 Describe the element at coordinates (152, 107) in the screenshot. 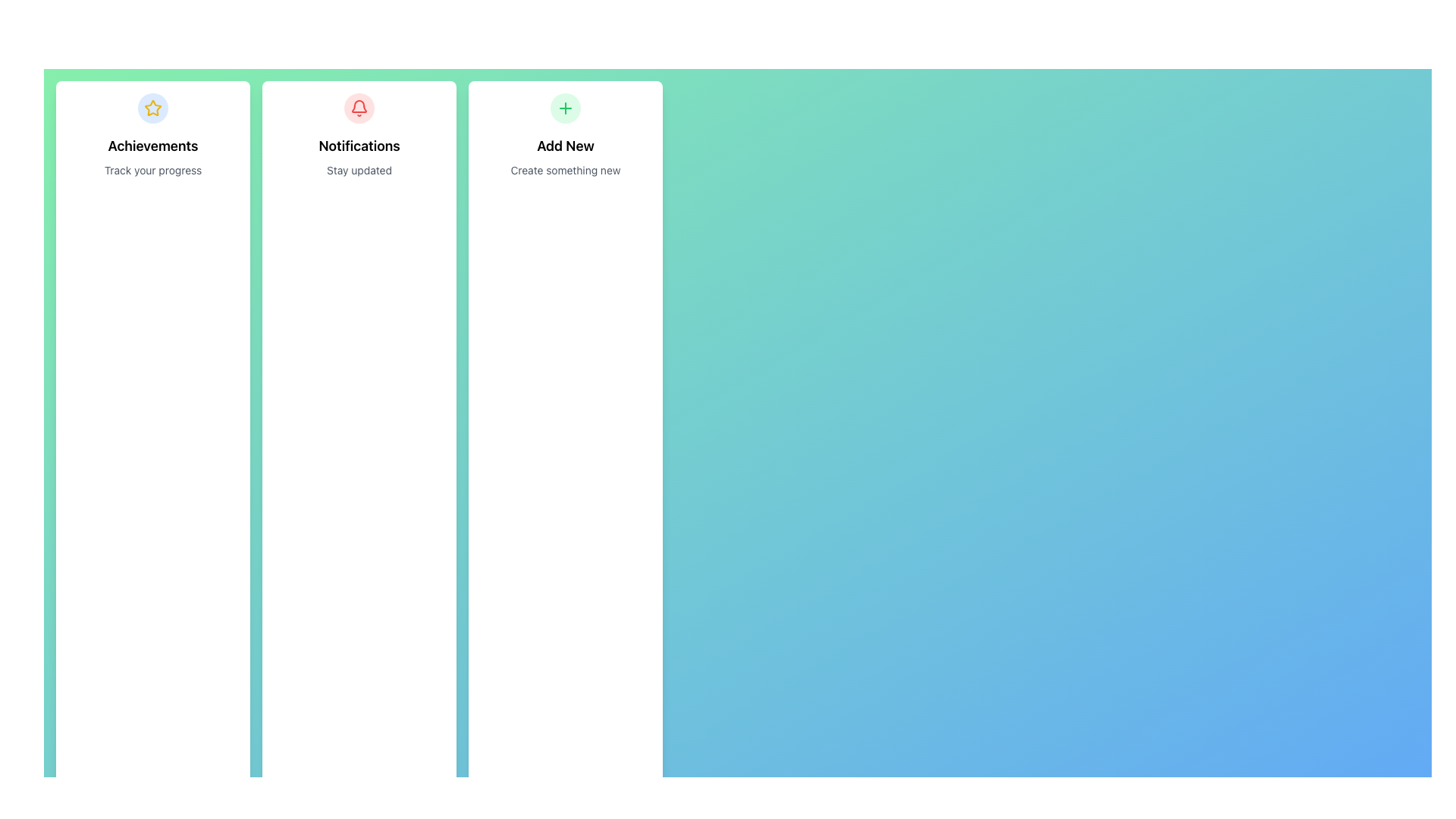

I see `the decorative achievement icon located at the top center of the 'Achievements' card, directly above the text 'Achievements' and 'Track your progress'` at that location.